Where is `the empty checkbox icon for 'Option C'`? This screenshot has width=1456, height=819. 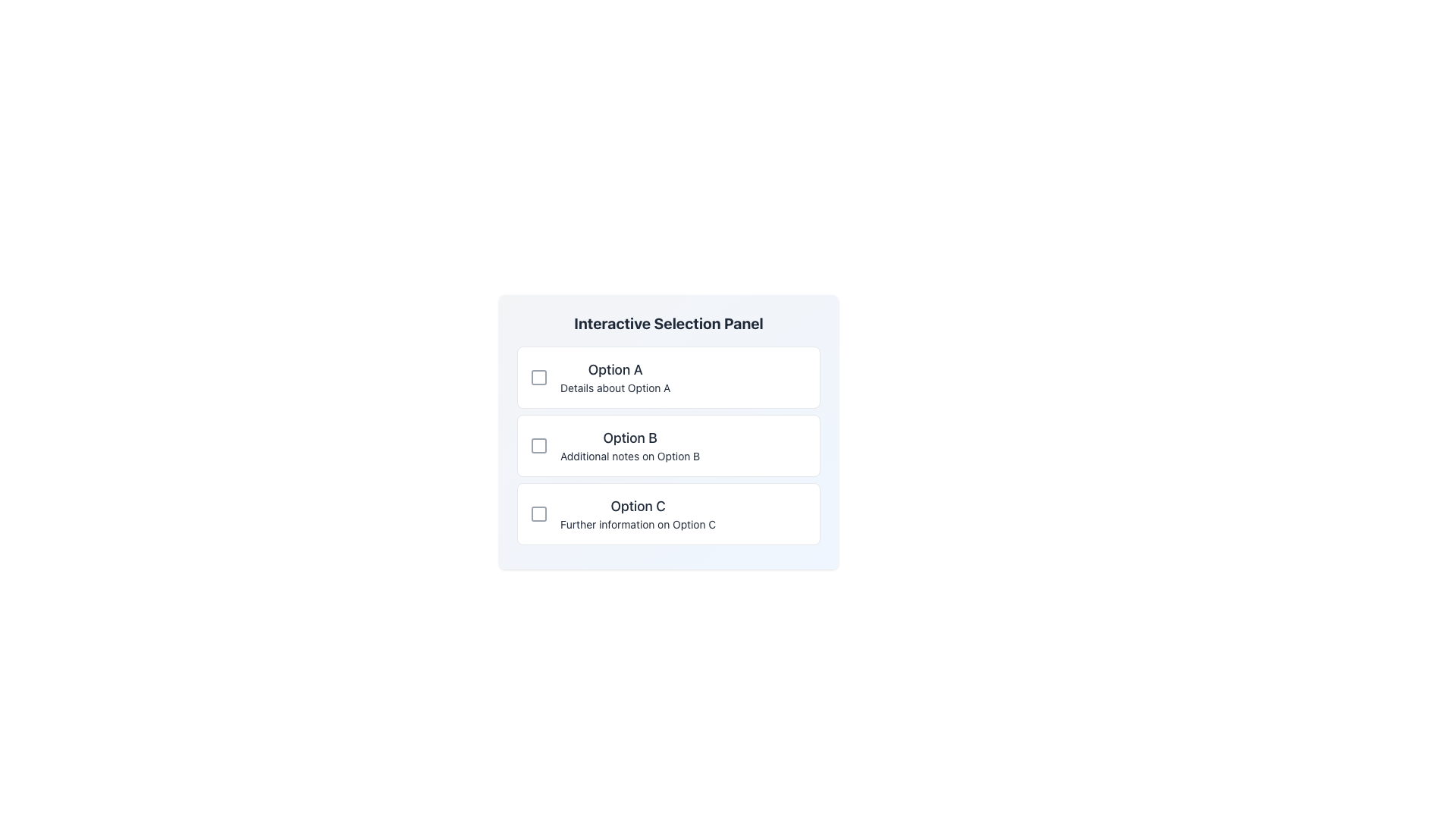
the empty checkbox icon for 'Option C' is located at coordinates (668, 513).